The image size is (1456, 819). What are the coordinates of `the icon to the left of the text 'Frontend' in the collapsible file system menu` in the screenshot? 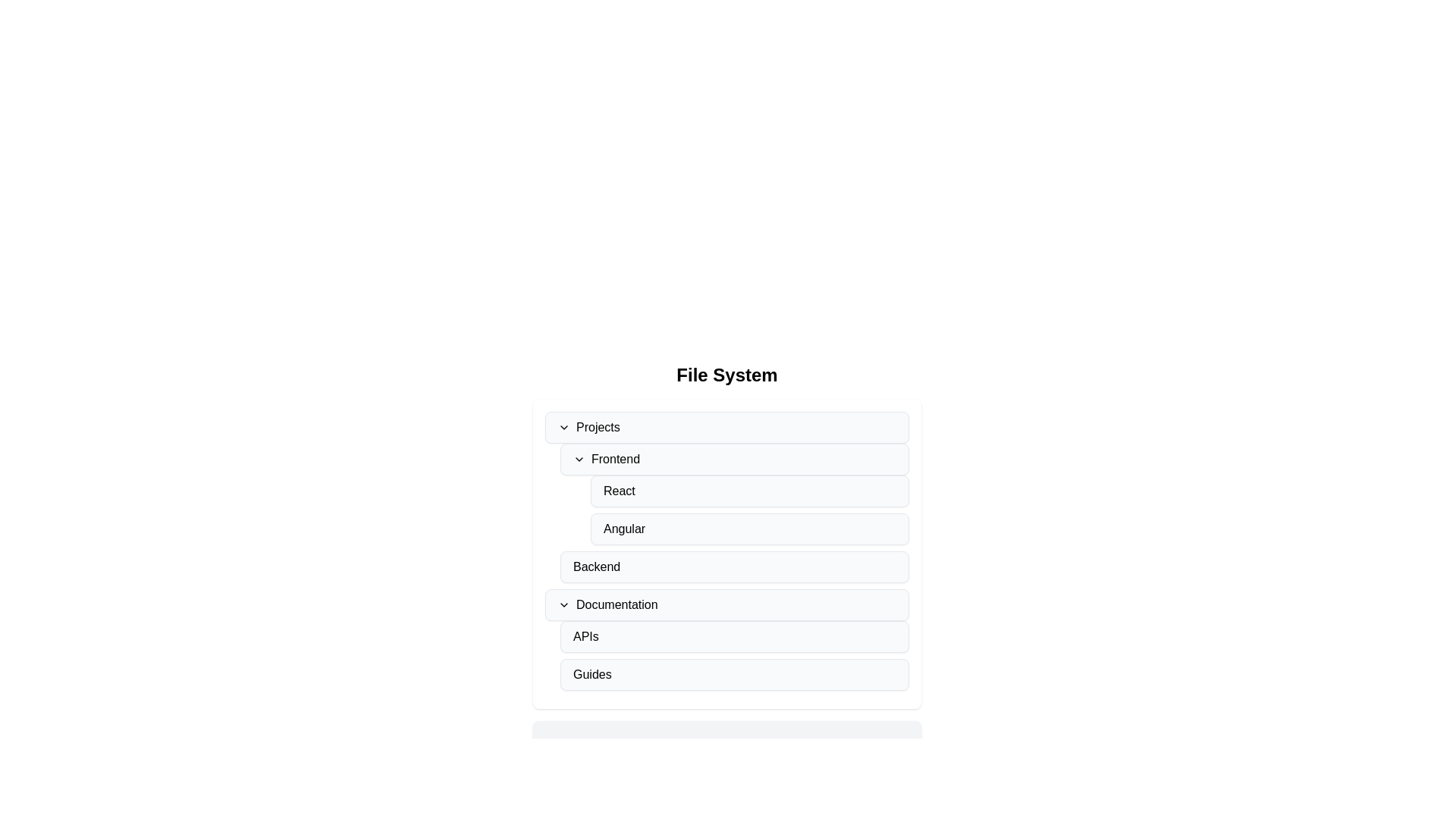 It's located at (578, 458).